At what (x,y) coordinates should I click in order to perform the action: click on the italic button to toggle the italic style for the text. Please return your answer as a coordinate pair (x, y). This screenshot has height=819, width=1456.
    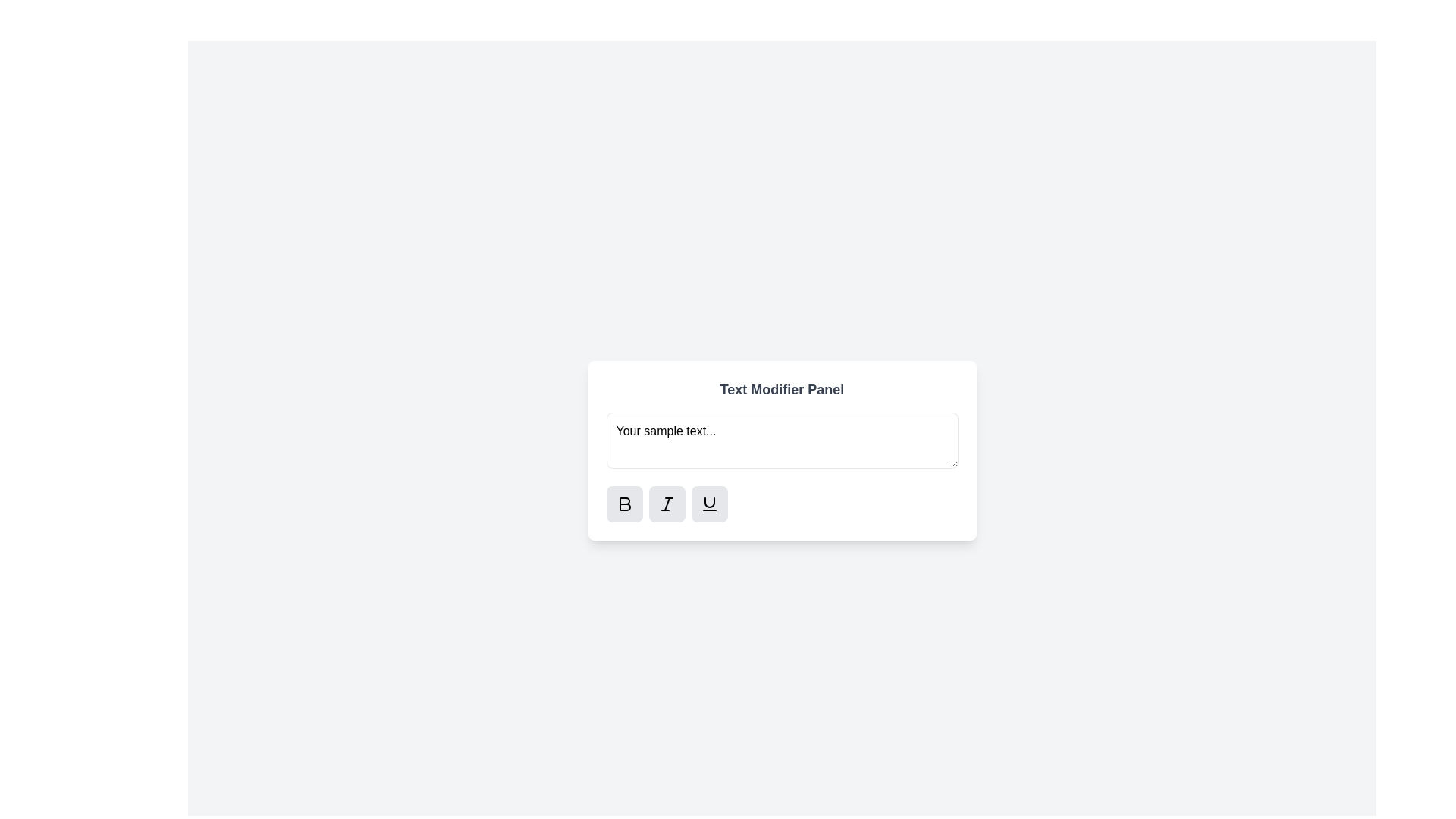
    Looking at the image, I should click on (667, 504).